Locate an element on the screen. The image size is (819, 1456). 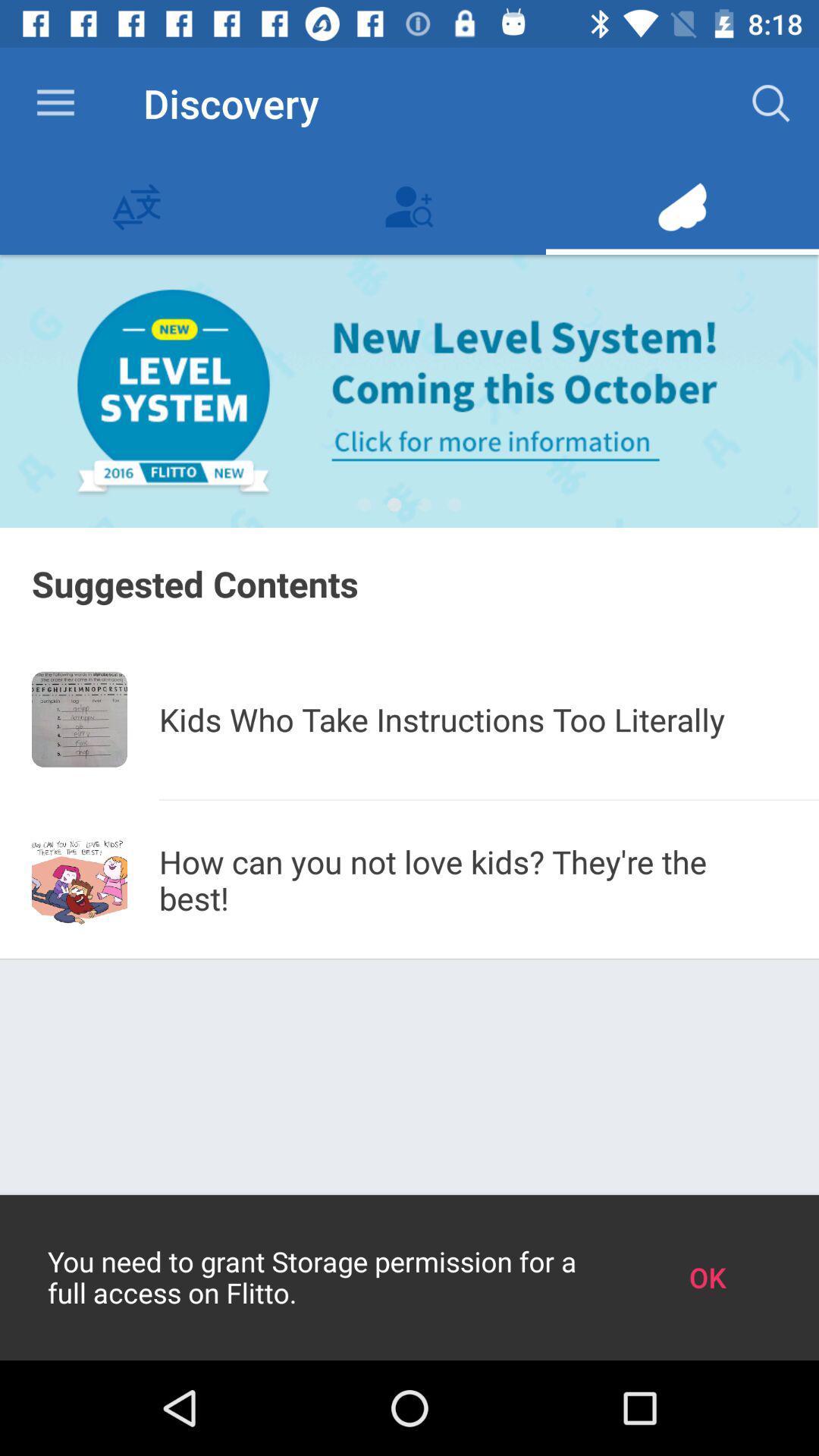
item below the suggested contents icon is located at coordinates (79, 718).